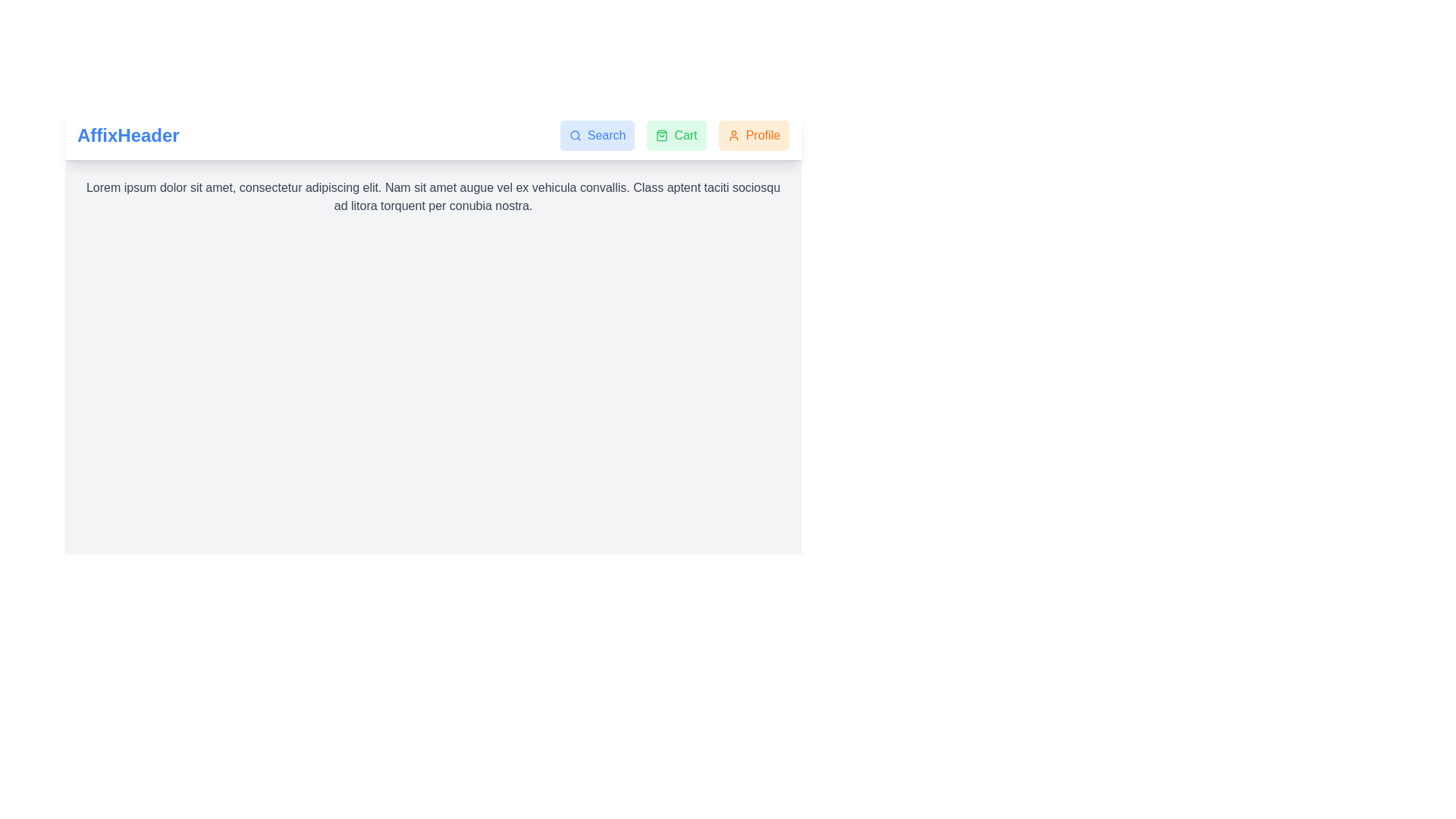  I want to click on the circular graphical icon component located within the search icon section of the navigation header, so click(574, 133).